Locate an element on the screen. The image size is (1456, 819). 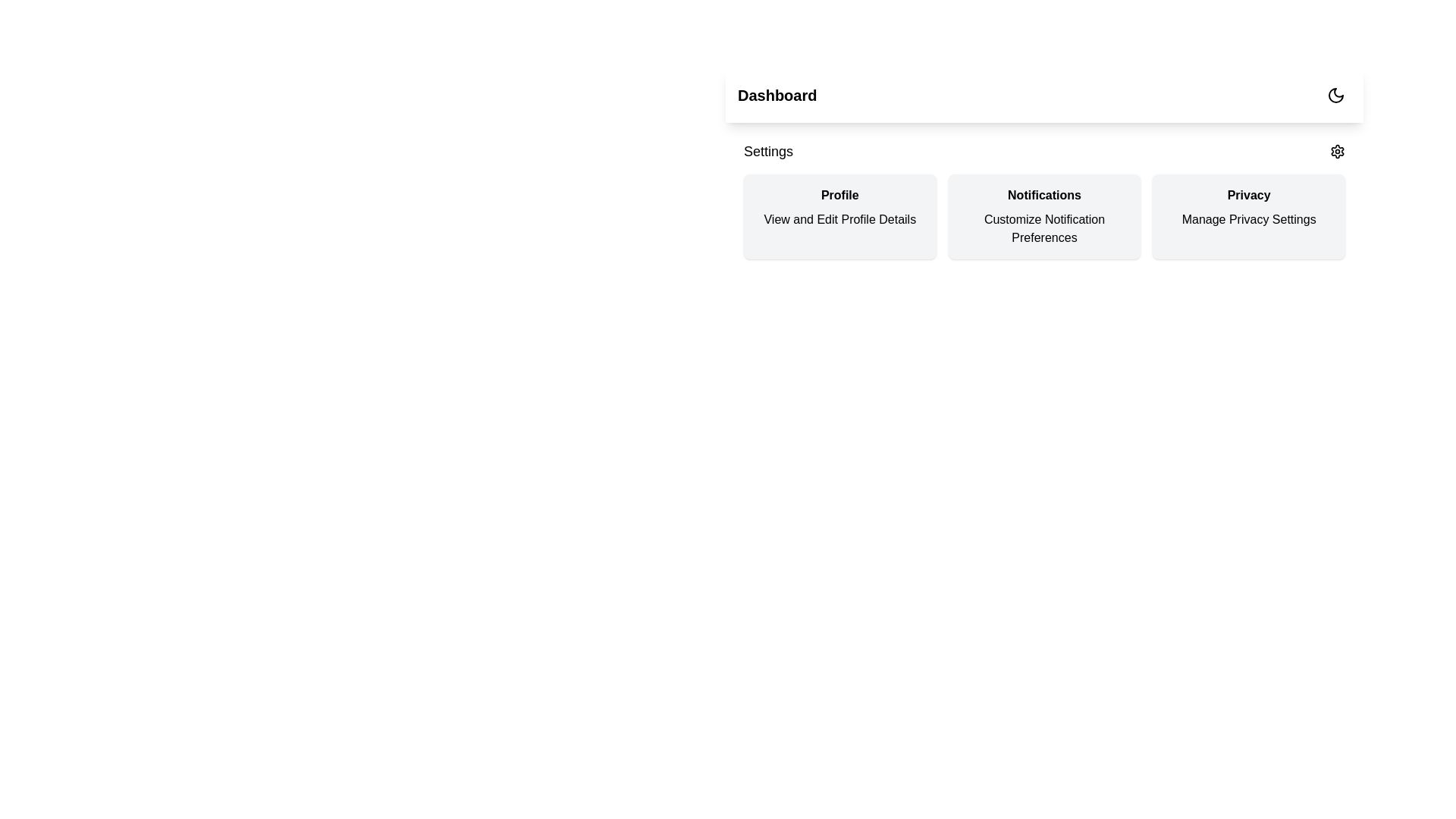
the circular button with a moon icon located on the far right of the header section labeled 'Dashboard' is located at coordinates (1335, 96).